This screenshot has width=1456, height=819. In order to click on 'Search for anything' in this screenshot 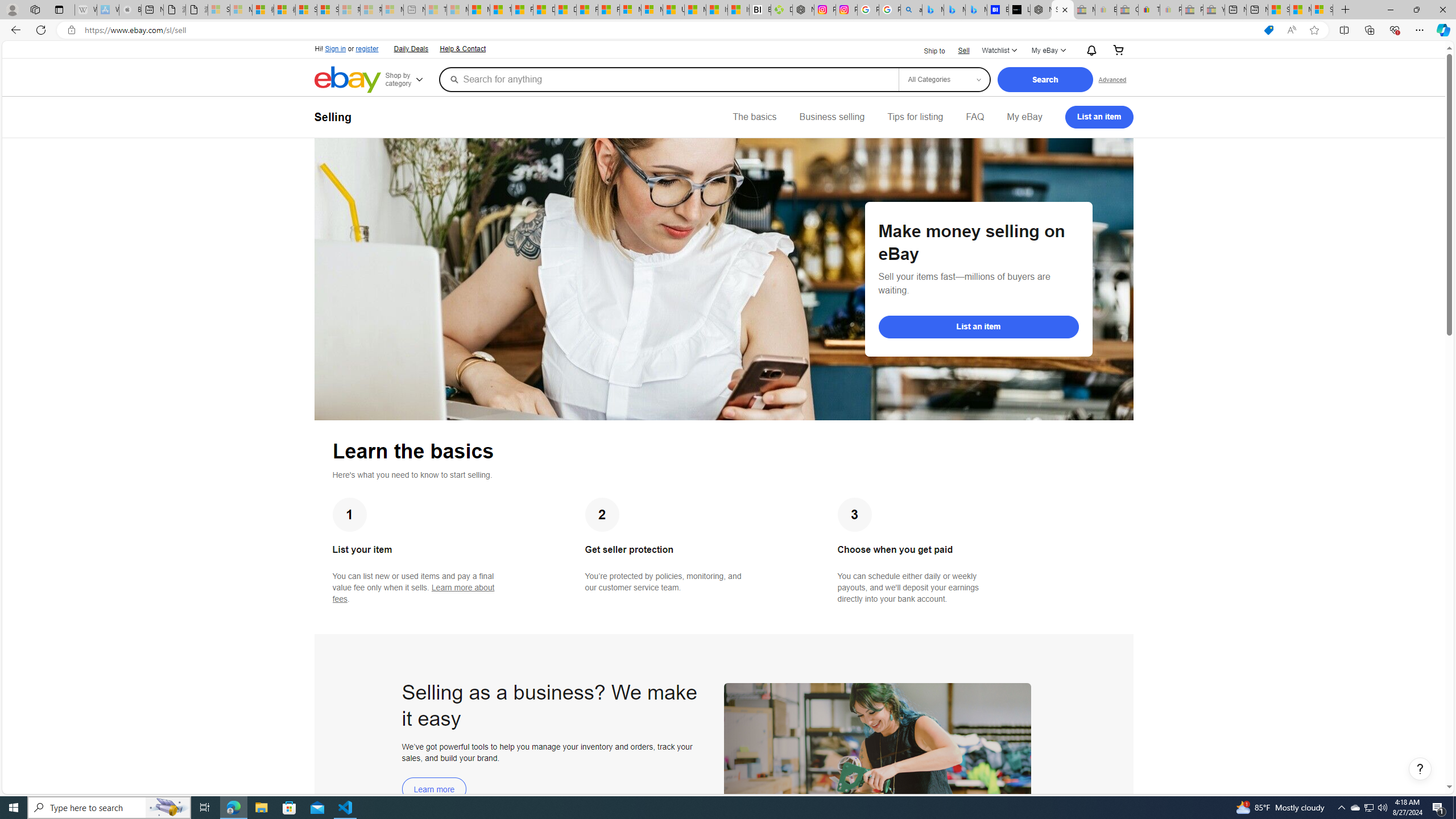, I will do `click(668, 78)`.